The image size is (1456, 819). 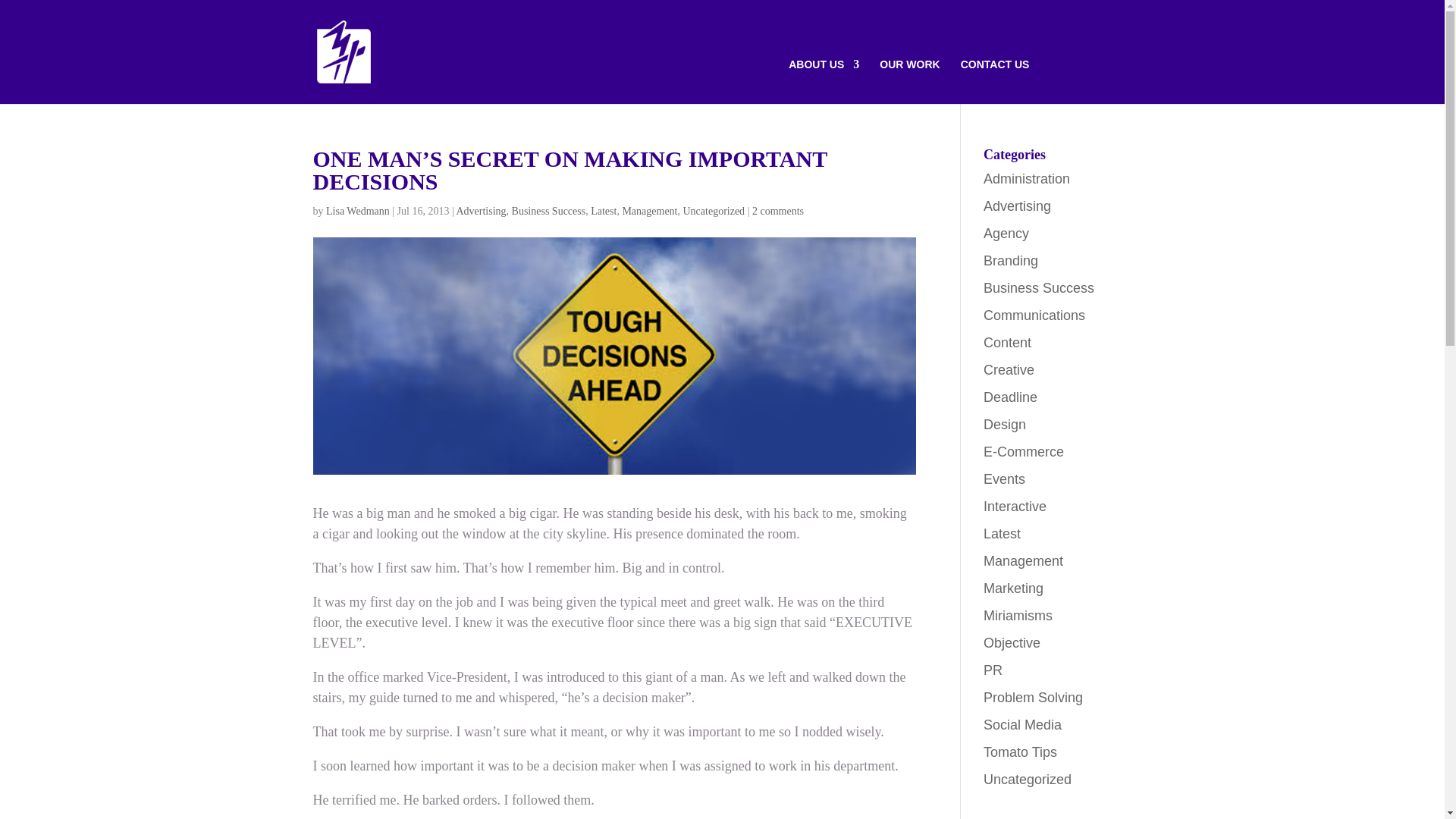 What do you see at coordinates (1032, 698) in the screenshot?
I see `'Problem Solving'` at bounding box center [1032, 698].